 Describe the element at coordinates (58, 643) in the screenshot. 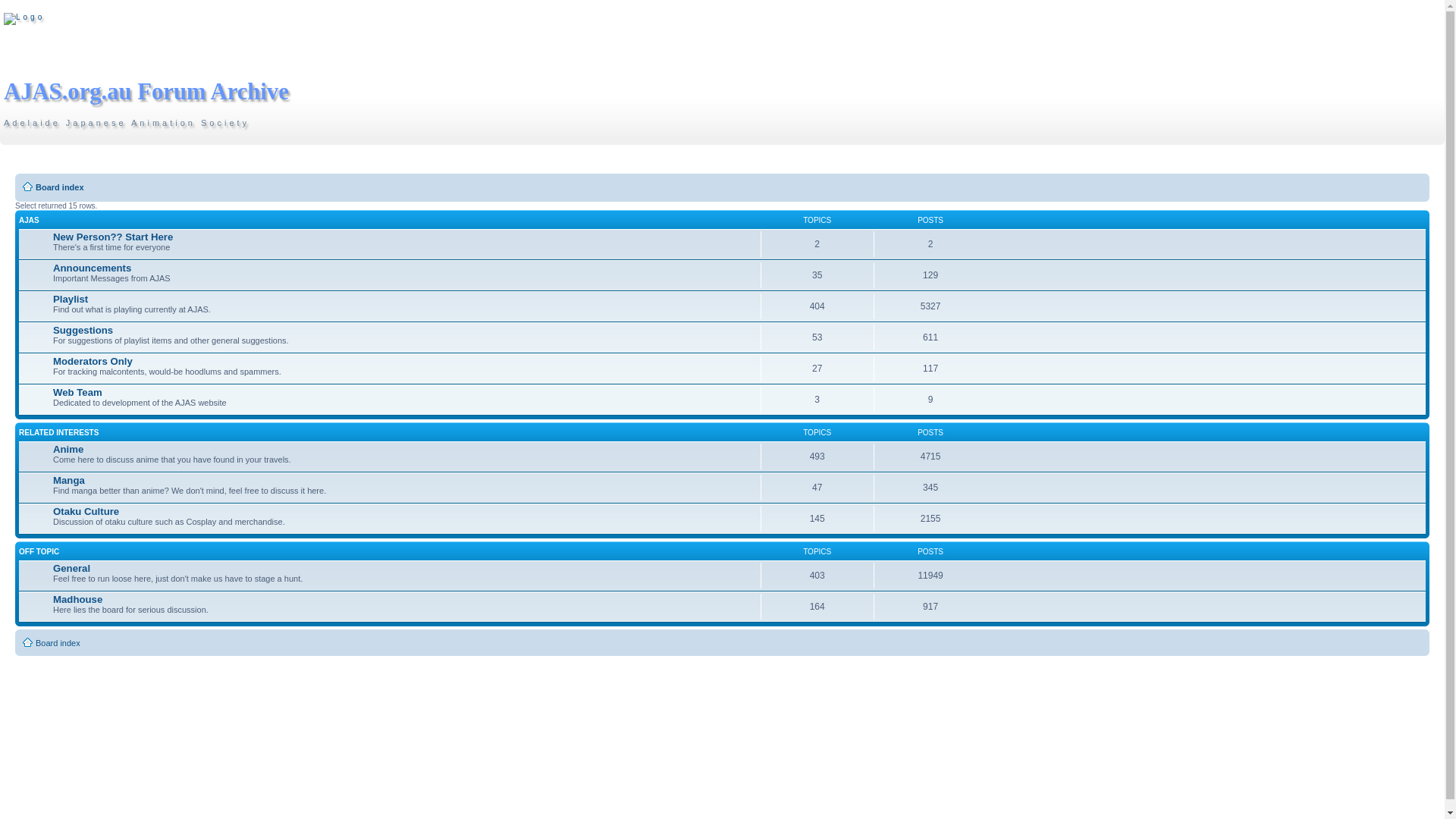

I see `'Board index'` at that location.